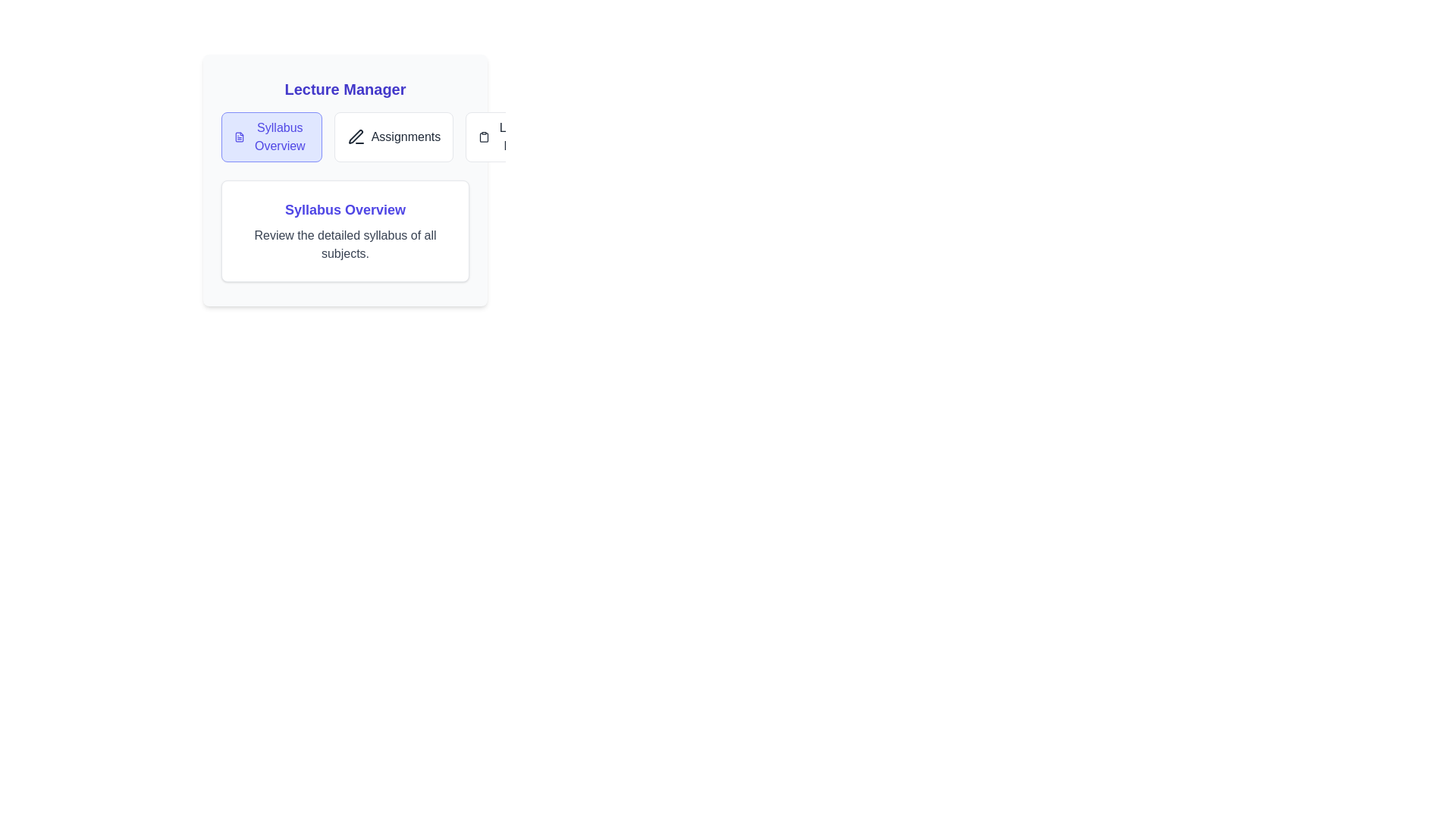  Describe the element at coordinates (280, 137) in the screenshot. I see `the button labeled 'Syllabus Overview', which is the leftmost button in the 'Lecture Manager' section, featuring a light indigo background and purple bold text` at that location.